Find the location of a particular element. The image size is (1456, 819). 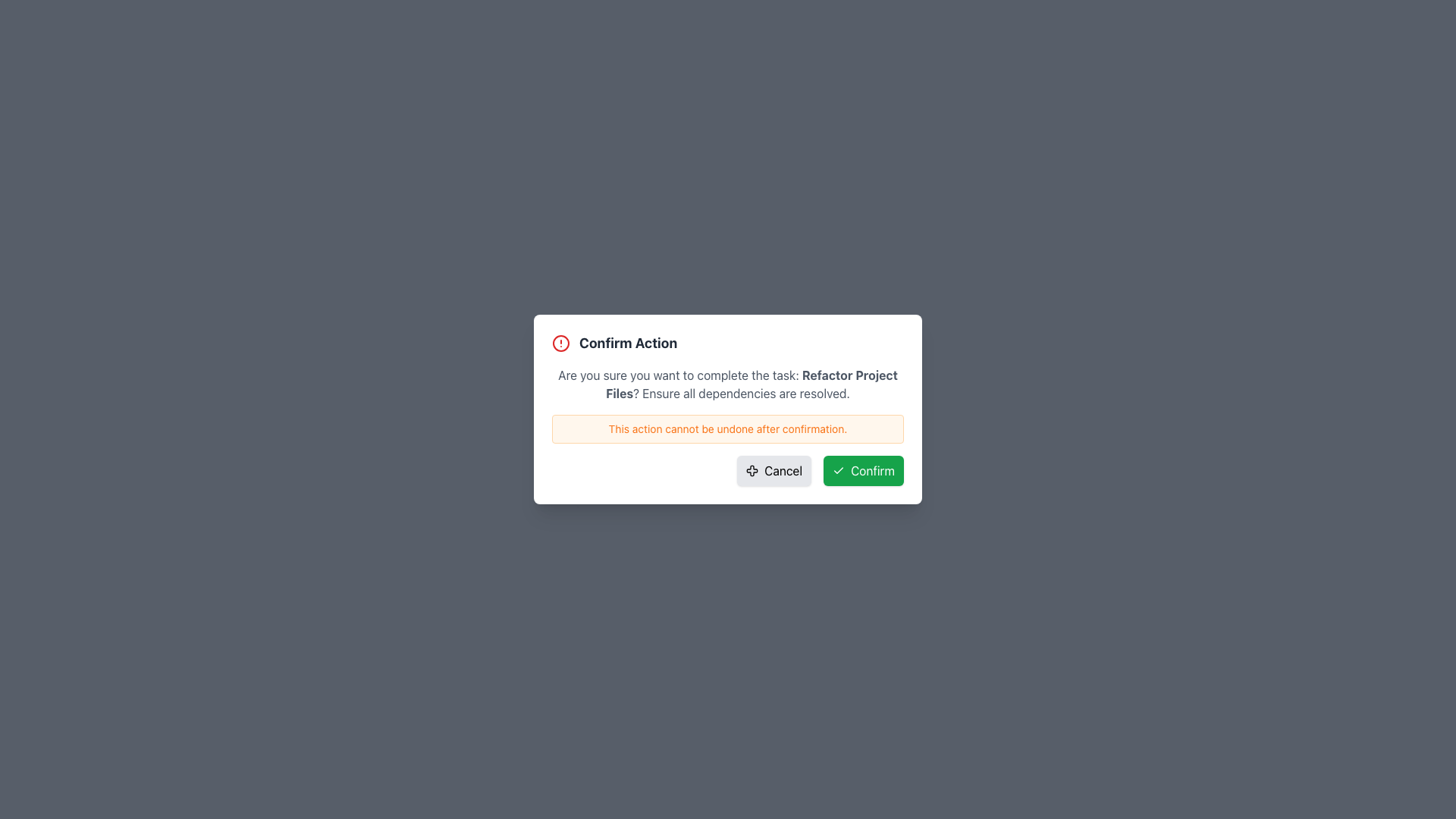

the checkmark icon inside the green 'Confirm' button, which is part of a confirmation dialog located at the bottom-right corner of the dialog box is located at coordinates (838, 470).